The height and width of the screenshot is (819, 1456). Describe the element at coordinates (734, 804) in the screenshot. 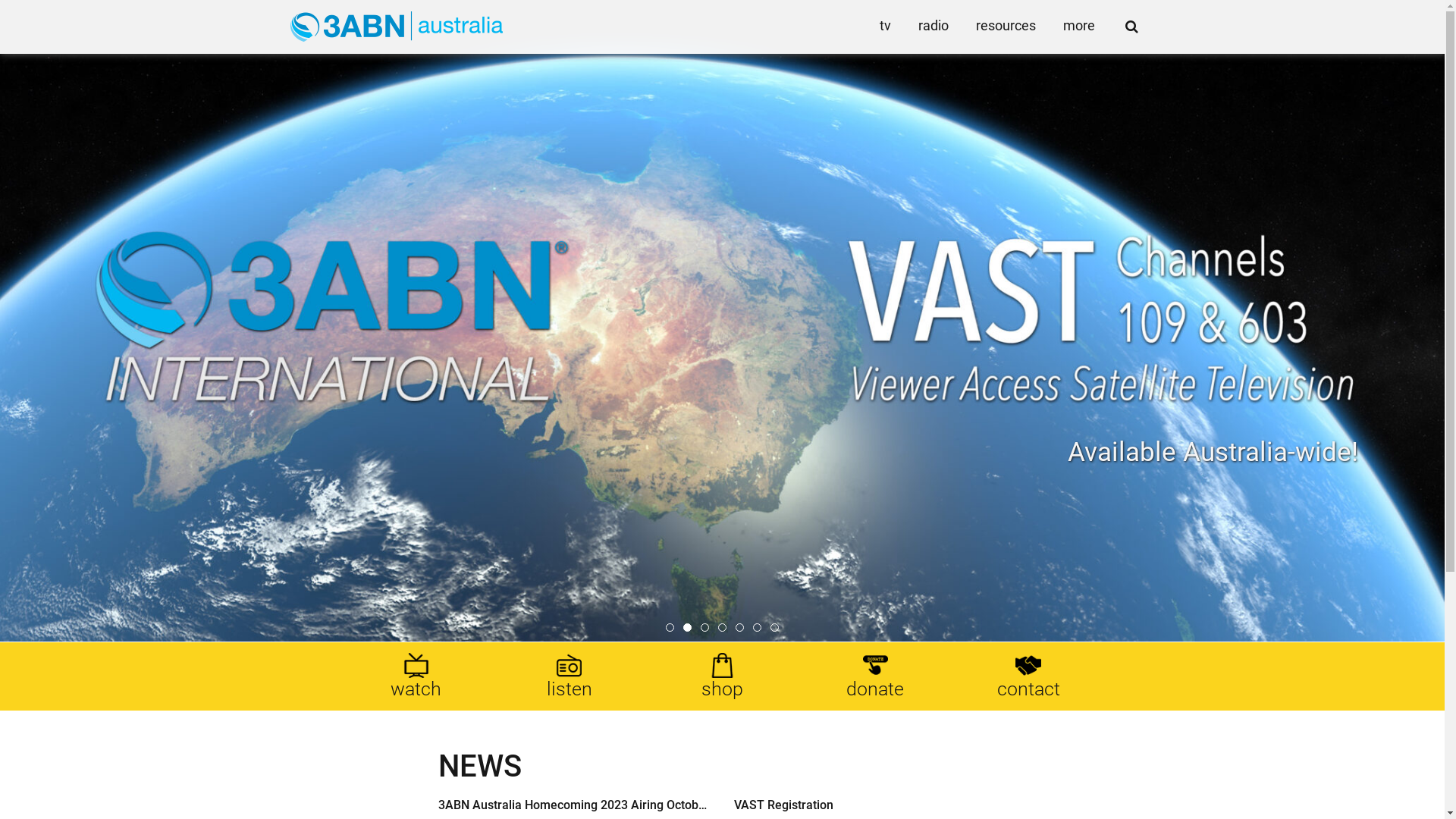

I see `'VAST Registration'` at that location.